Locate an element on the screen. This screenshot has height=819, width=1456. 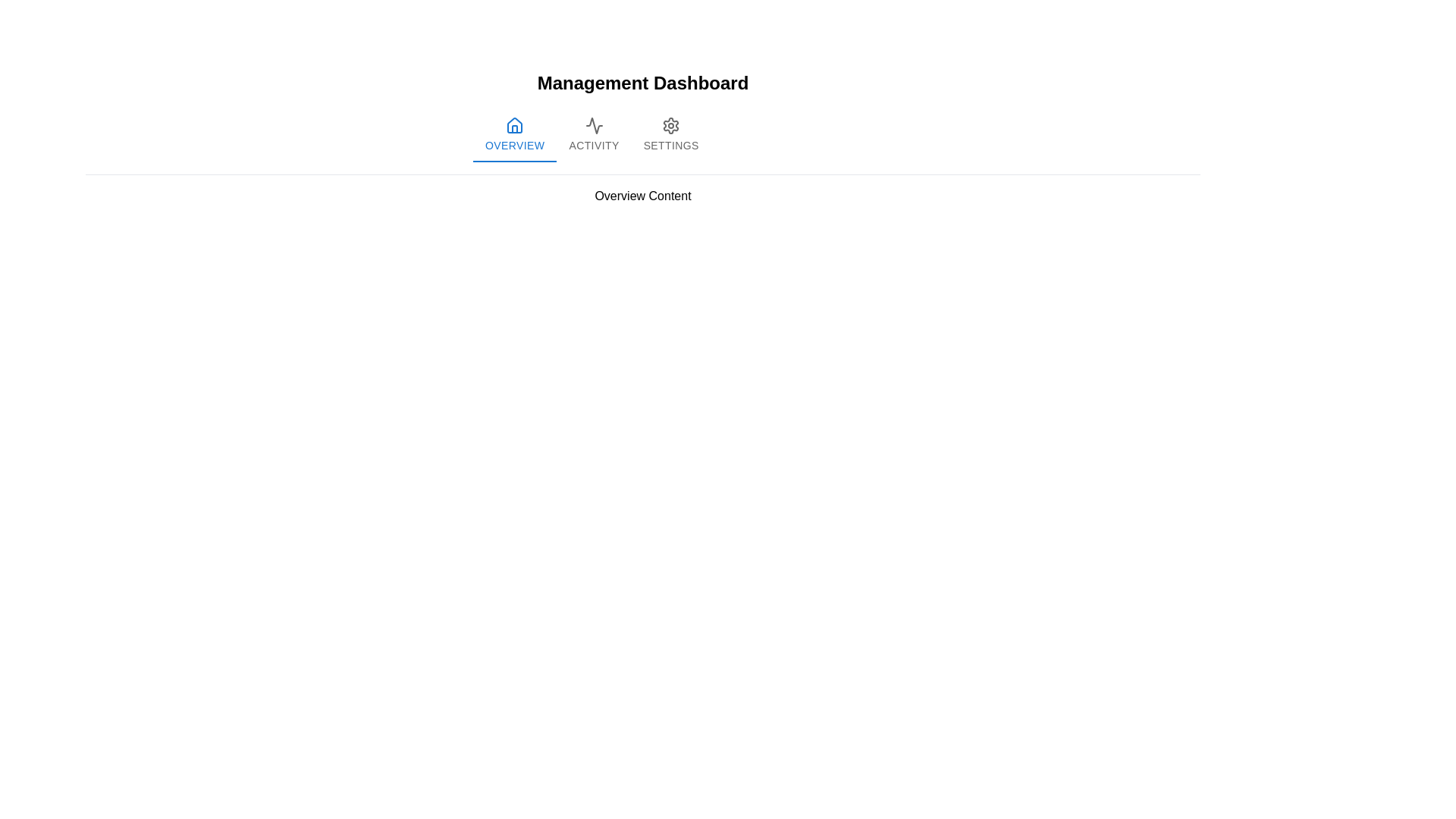
the blue home-shaped icon in the top navigation bar is located at coordinates (515, 125).